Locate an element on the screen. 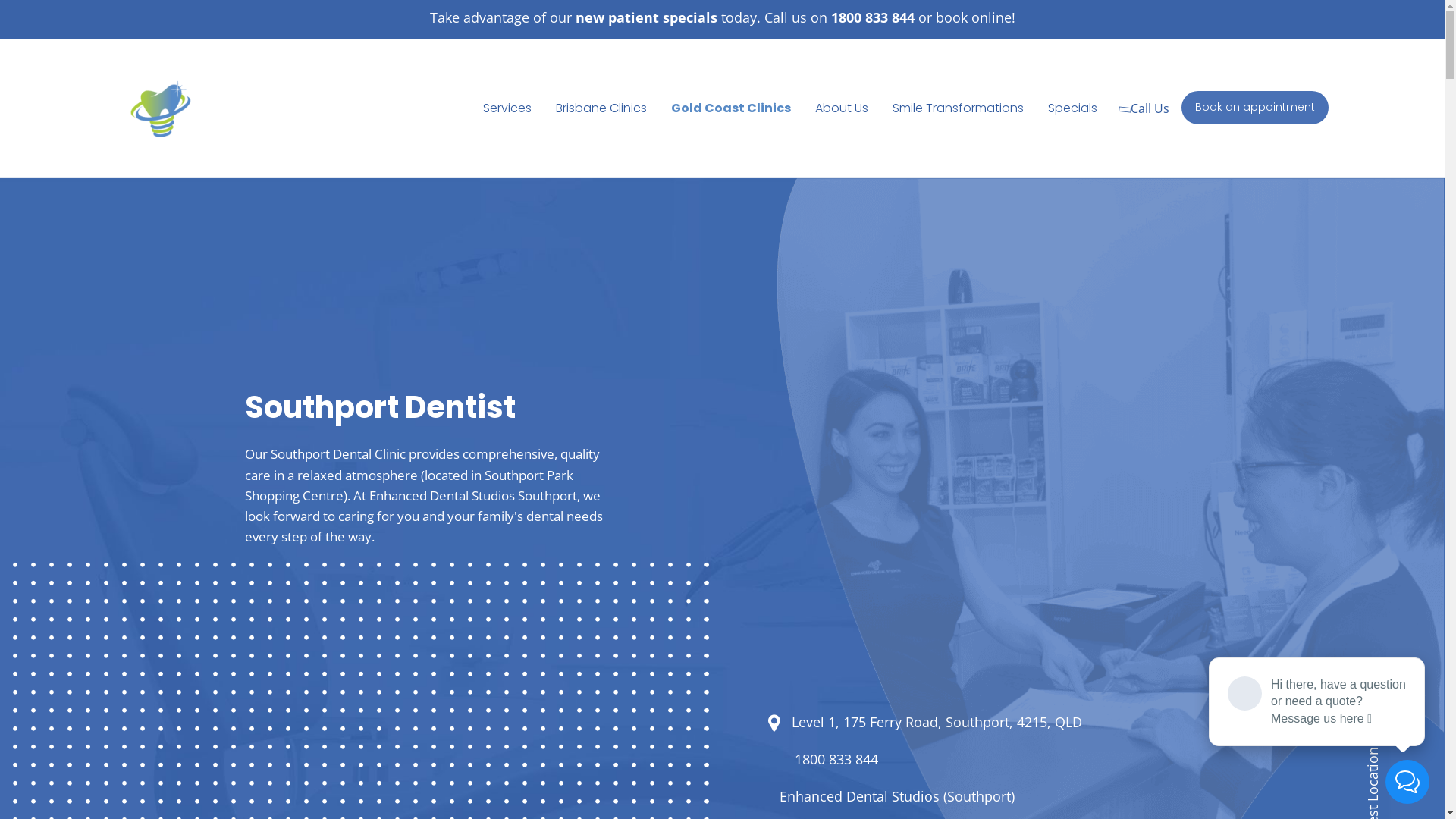 Image resolution: width=1456 pixels, height=819 pixels. 'Services' is located at coordinates (507, 107).